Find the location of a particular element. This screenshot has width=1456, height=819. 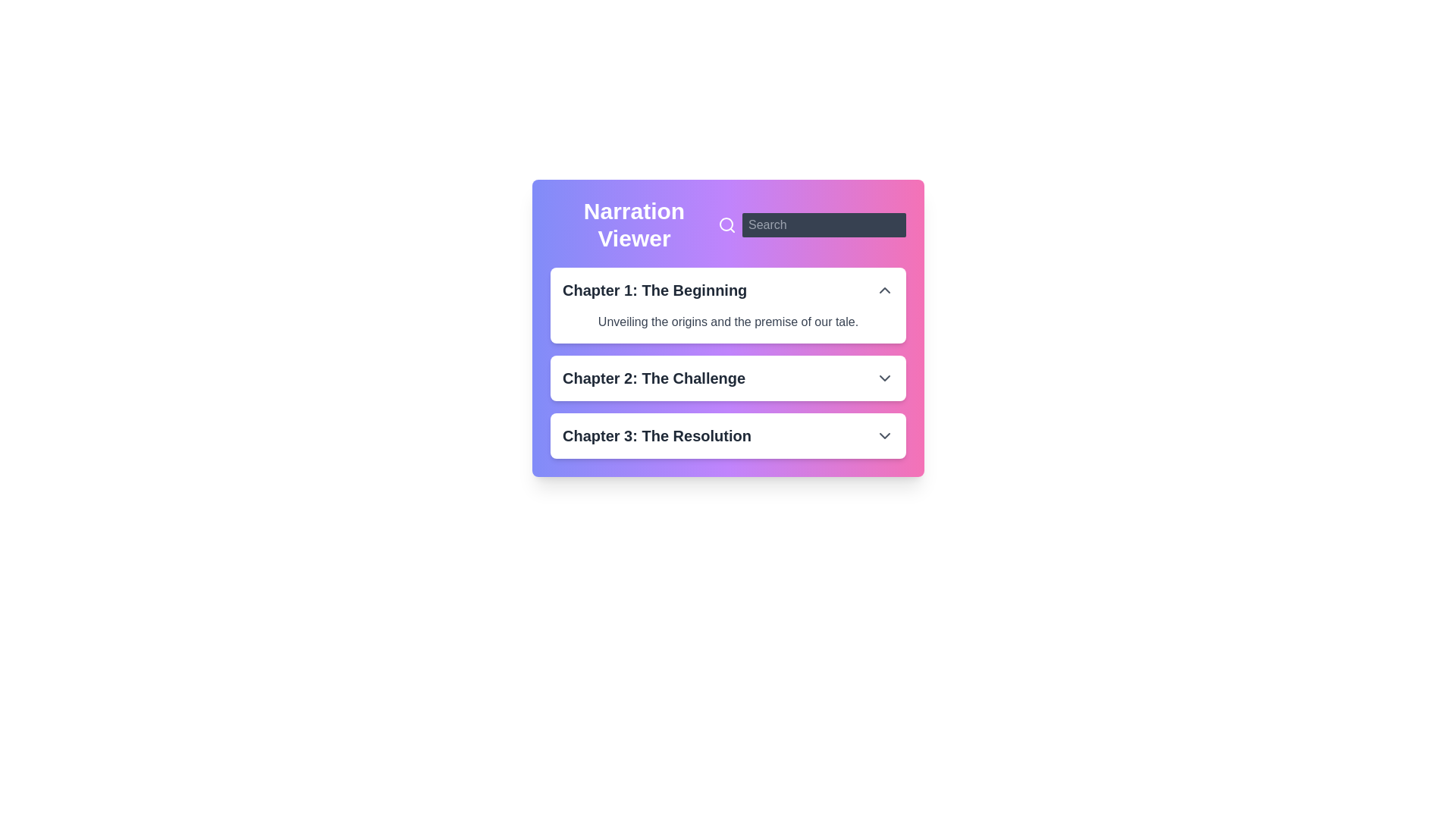

the collapsible section header titled 'Chapter 1: The Beginning' with an adjacent 'chevron up' icon to indicate it is a collapsible section is located at coordinates (728, 290).